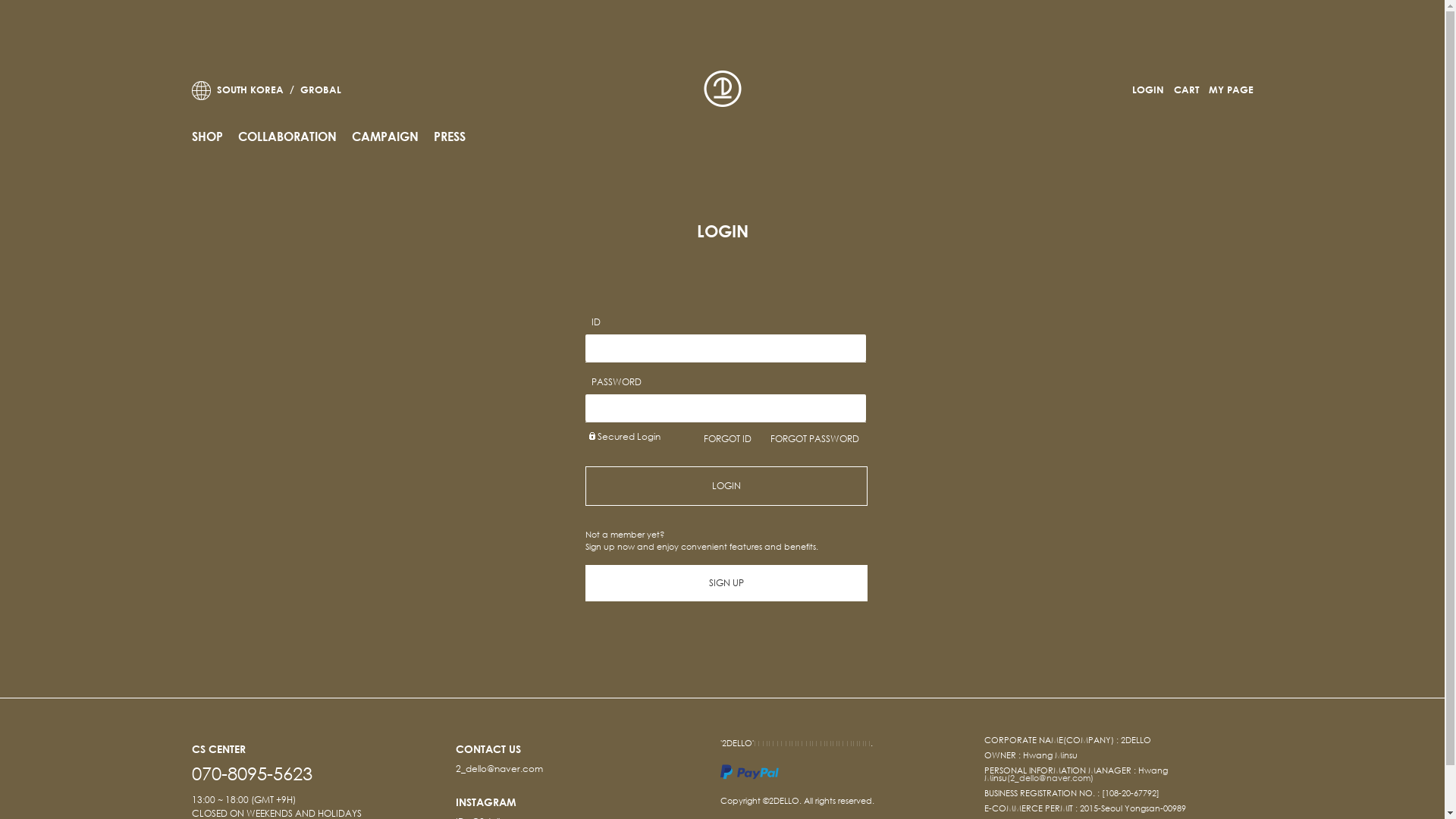  I want to click on '  SOUTH KOREA  /', so click(241, 89).